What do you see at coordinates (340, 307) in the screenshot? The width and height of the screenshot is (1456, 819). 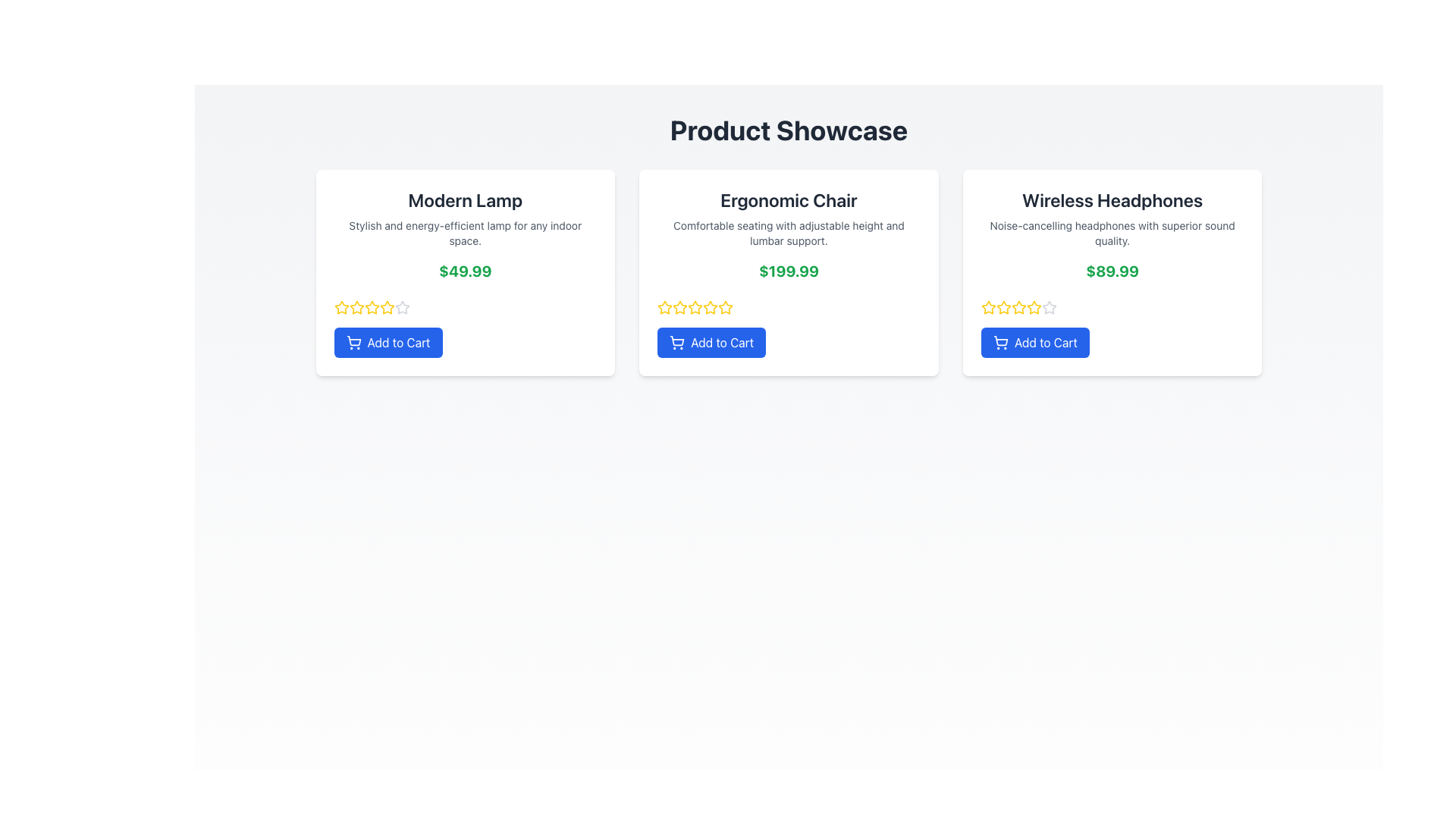 I see `the second star icon in the rating row under the price text ('$49.99') for the 'Modern Lamp' product description` at bounding box center [340, 307].